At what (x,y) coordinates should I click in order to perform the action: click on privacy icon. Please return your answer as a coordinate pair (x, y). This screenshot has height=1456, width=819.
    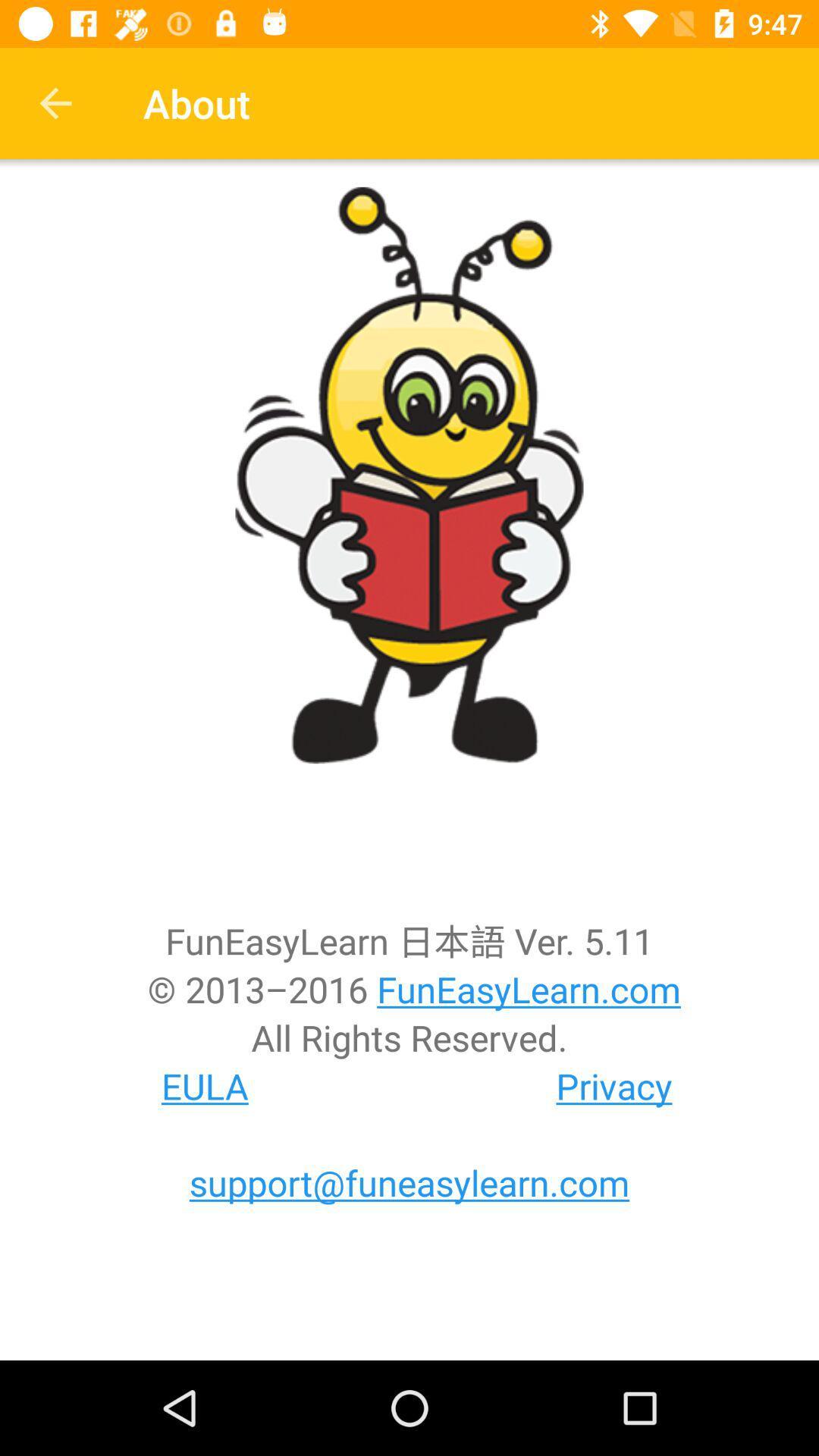
    Looking at the image, I should click on (614, 1085).